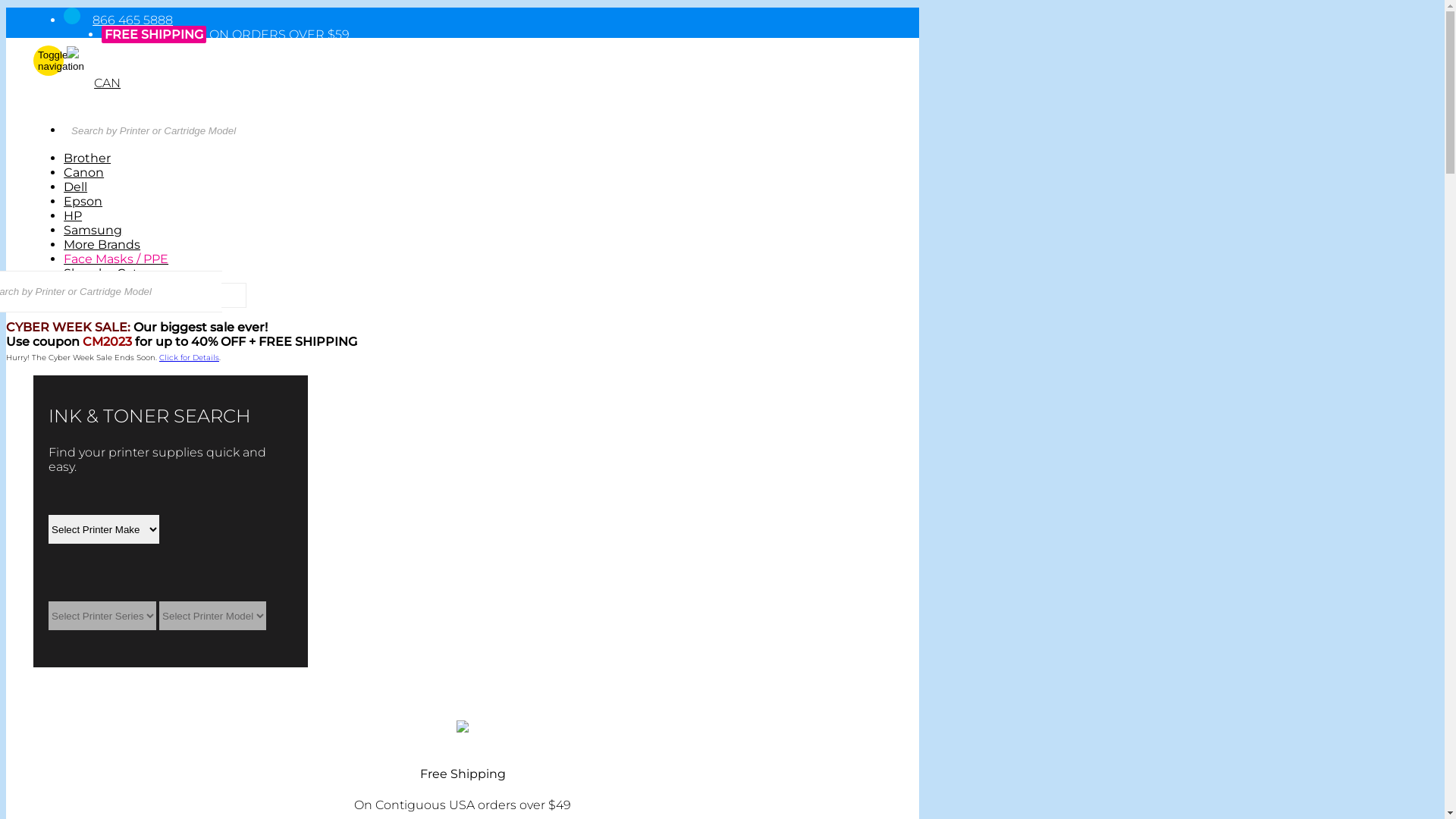  Describe the element at coordinates (101, 243) in the screenshot. I see `'More Brands'` at that location.